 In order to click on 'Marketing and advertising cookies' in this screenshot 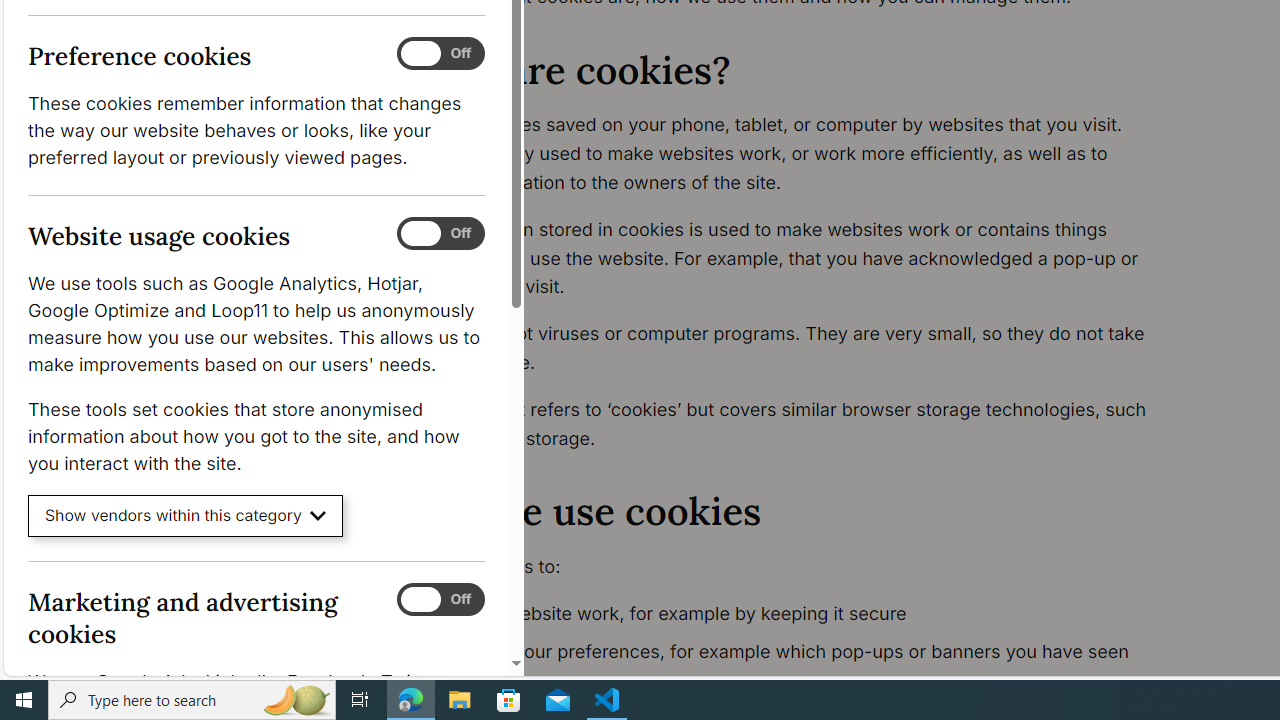, I will do `click(439, 598)`.